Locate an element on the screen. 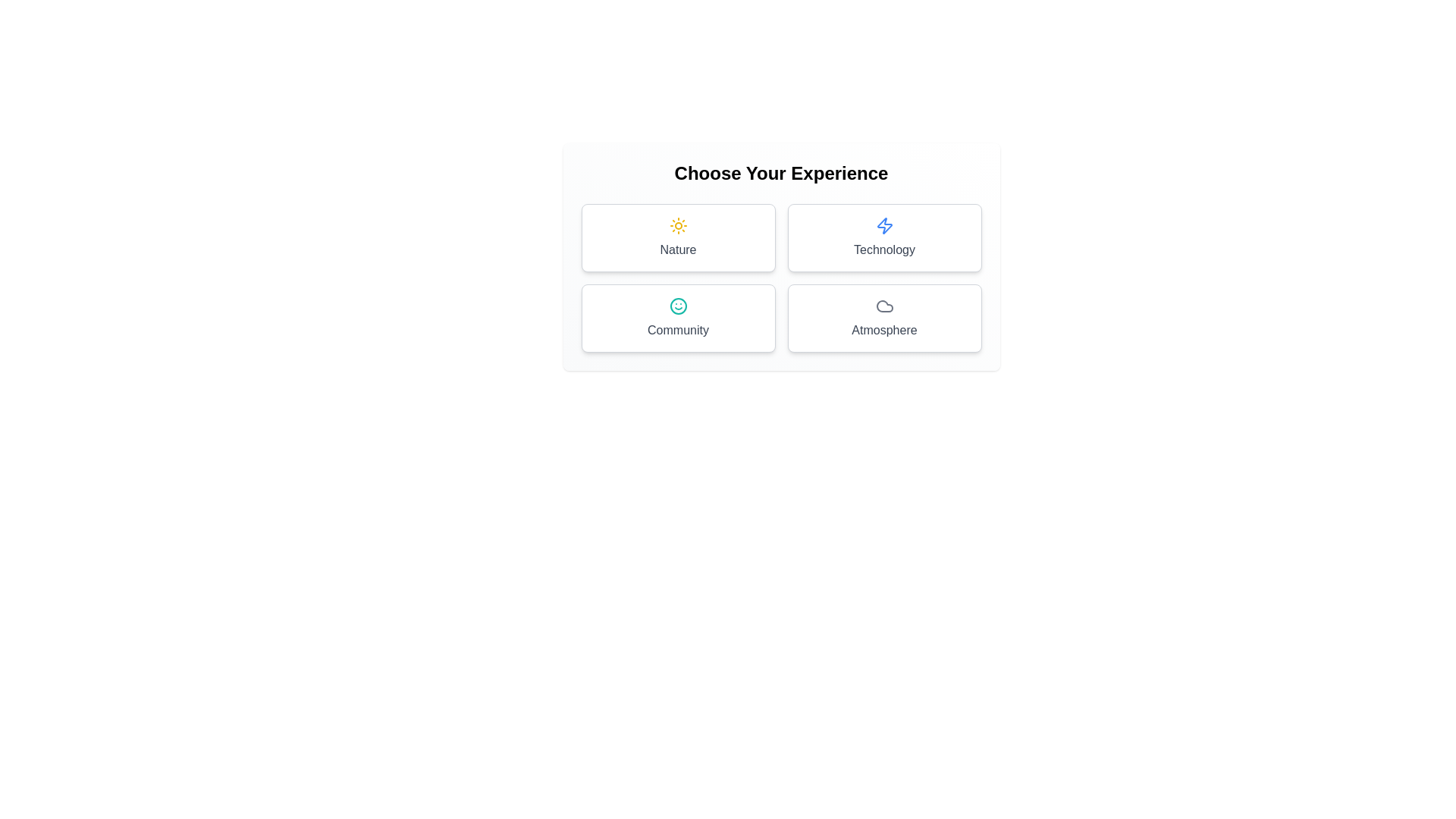  the button representing the theme Community is located at coordinates (677, 318).